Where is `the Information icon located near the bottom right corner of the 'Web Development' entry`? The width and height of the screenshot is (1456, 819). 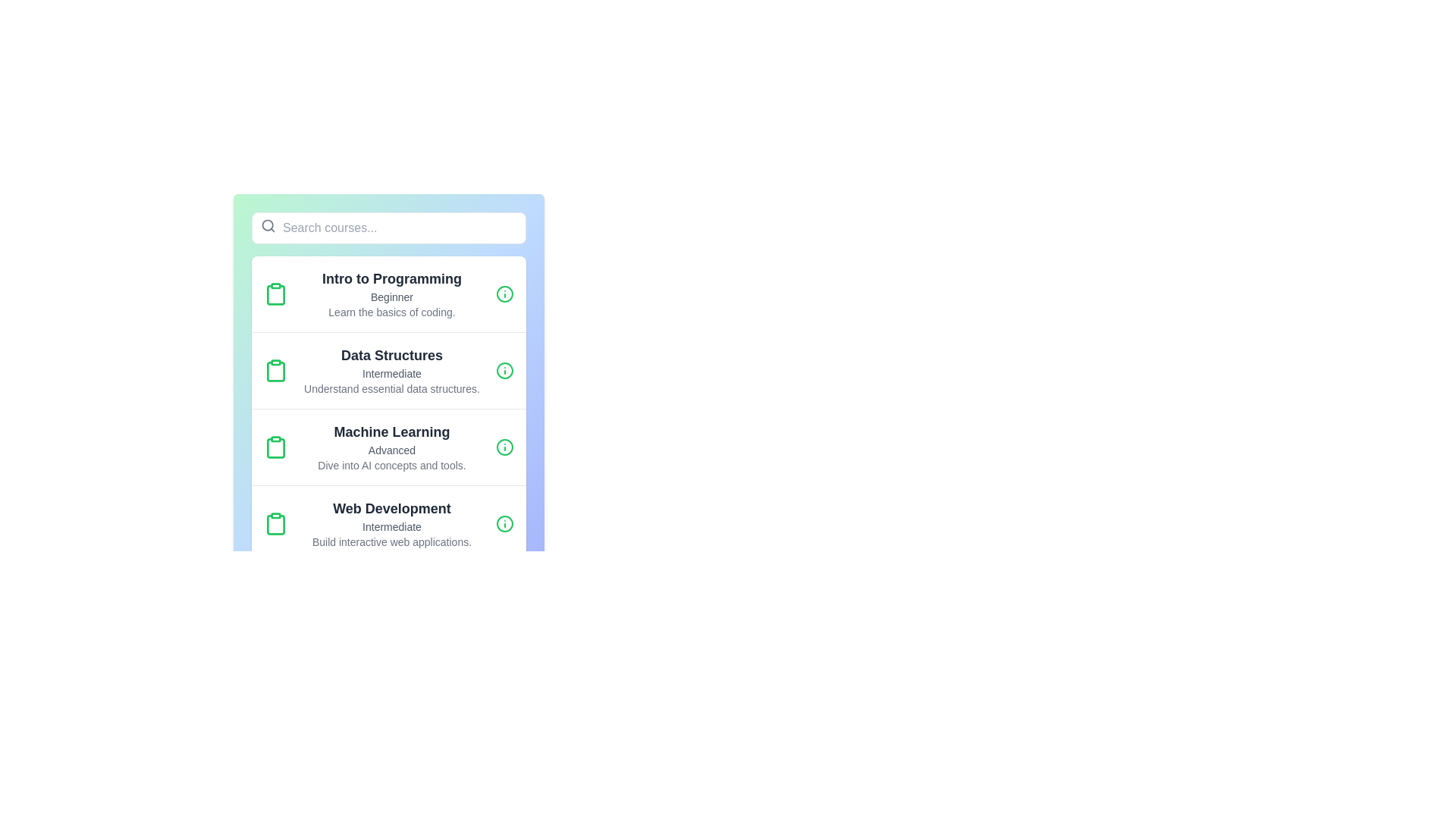
the Information icon located near the bottom right corner of the 'Web Development' entry is located at coordinates (505, 522).